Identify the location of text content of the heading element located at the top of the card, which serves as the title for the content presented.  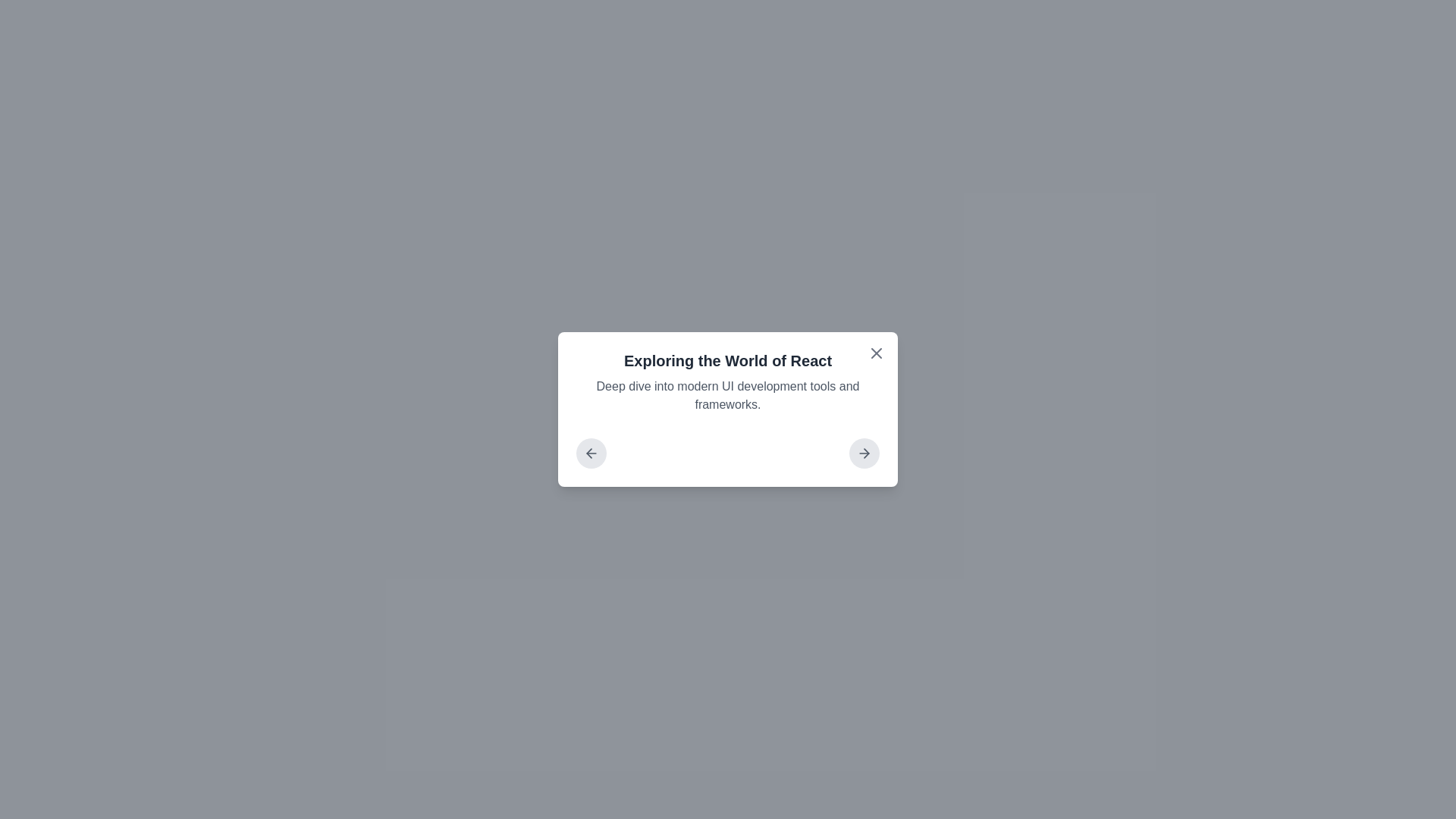
(728, 360).